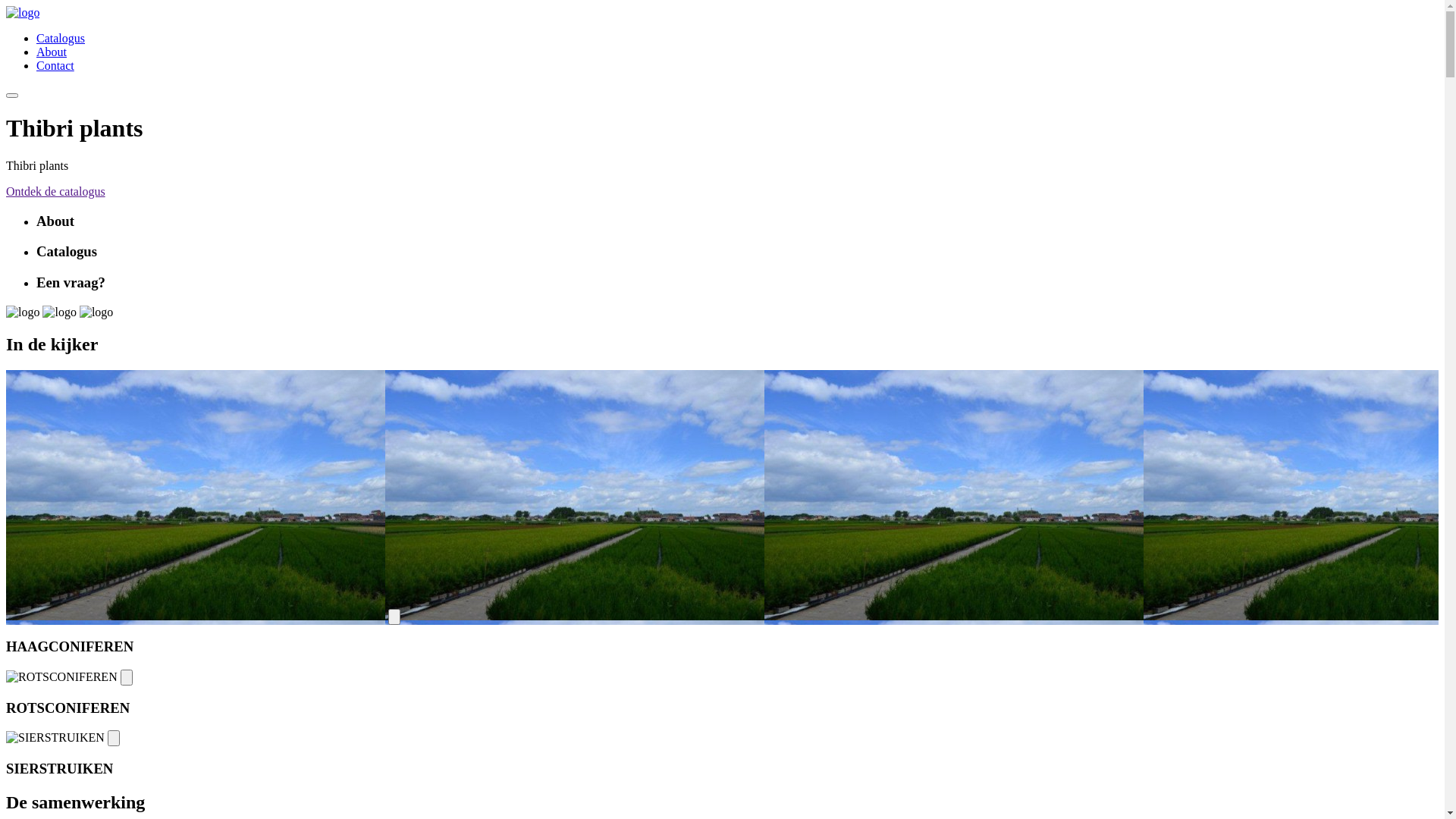 The image size is (1456, 819). Describe the element at coordinates (112, 737) in the screenshot. I see `'arrow-right'` at that location.